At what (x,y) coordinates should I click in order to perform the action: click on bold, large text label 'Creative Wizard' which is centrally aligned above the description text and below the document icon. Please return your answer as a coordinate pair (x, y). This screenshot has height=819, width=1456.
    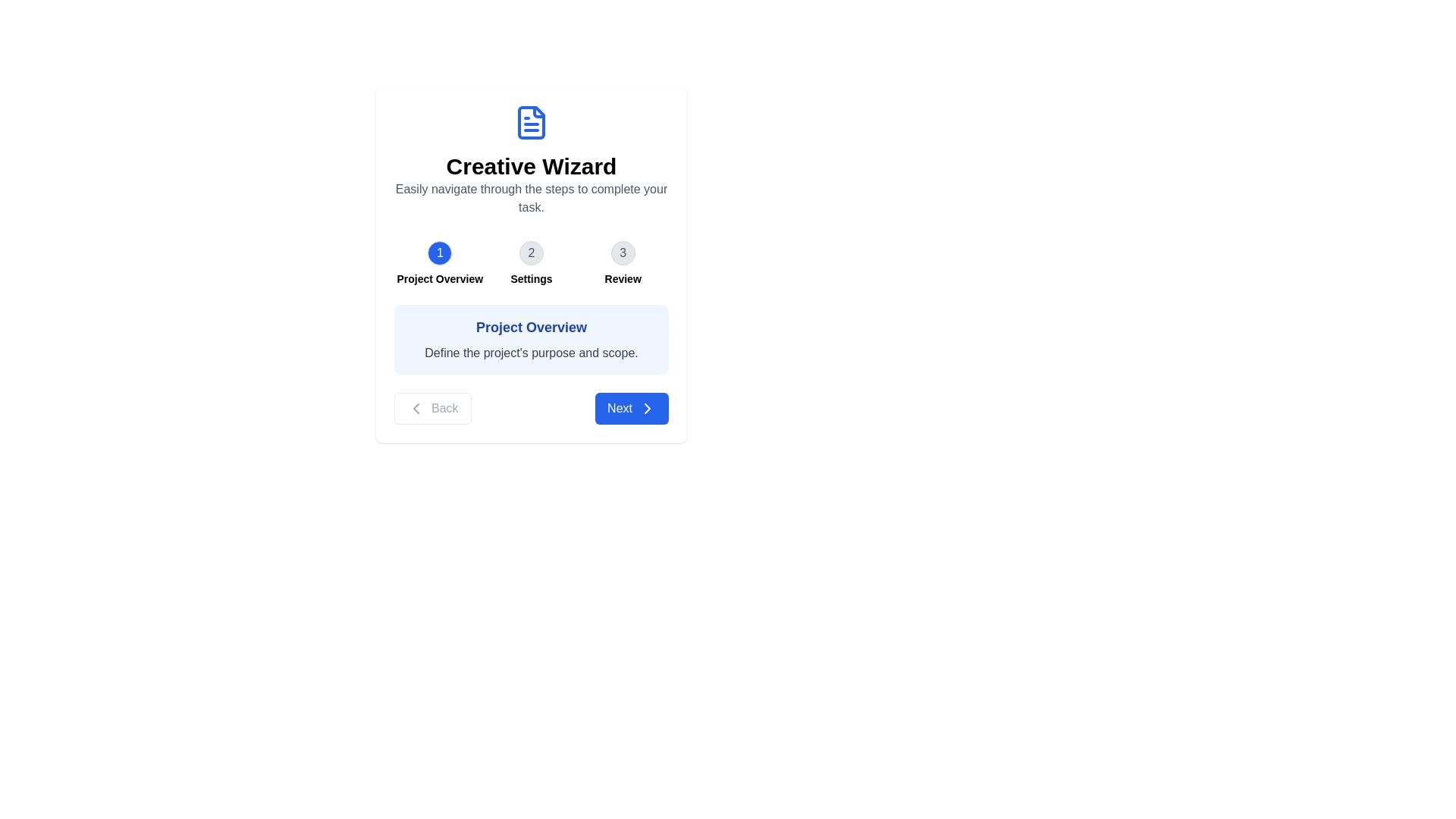
    Looking at the image, I should click on (531, 166).